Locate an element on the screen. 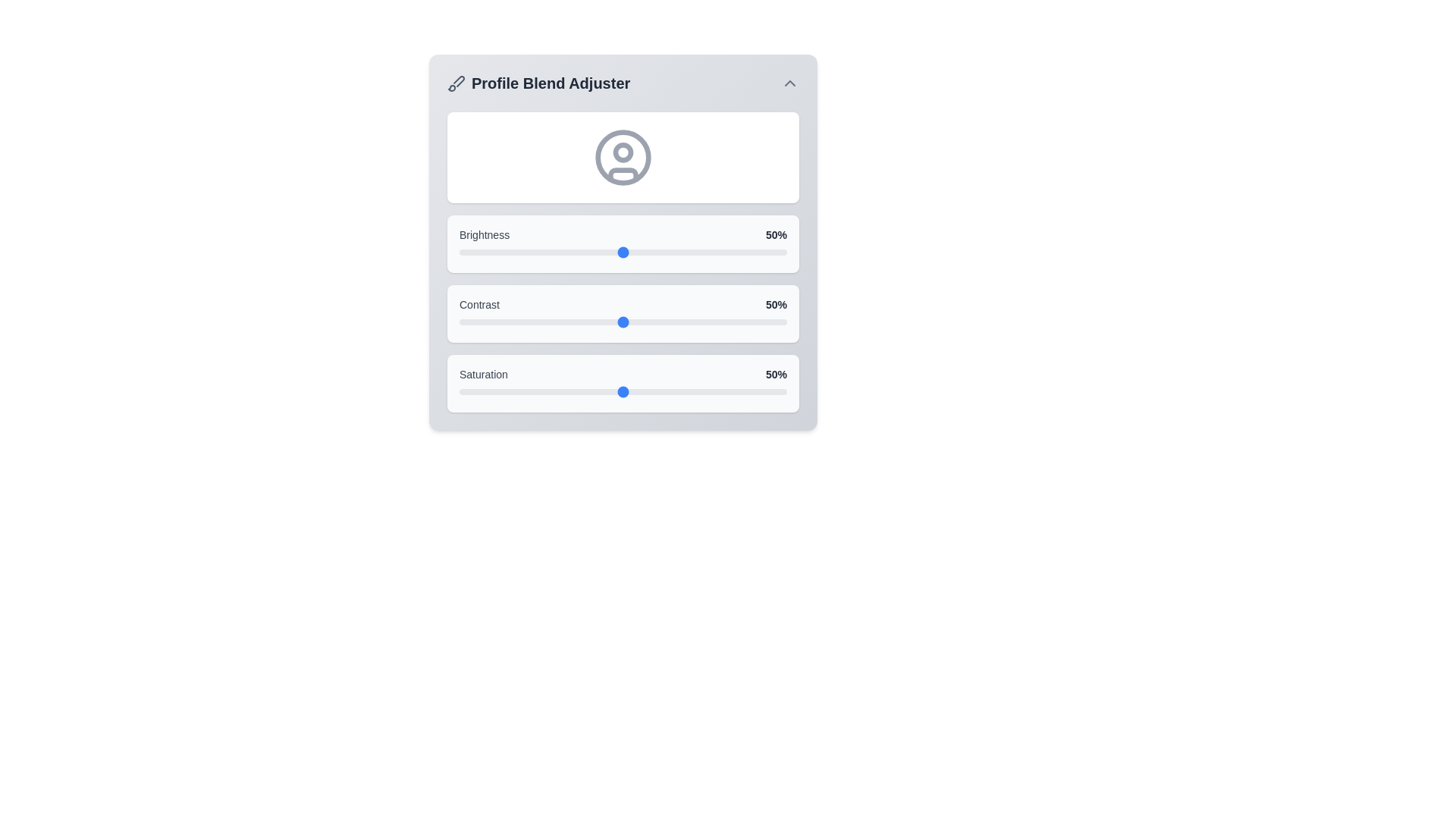  contrast is located at coordinates (751, 321).